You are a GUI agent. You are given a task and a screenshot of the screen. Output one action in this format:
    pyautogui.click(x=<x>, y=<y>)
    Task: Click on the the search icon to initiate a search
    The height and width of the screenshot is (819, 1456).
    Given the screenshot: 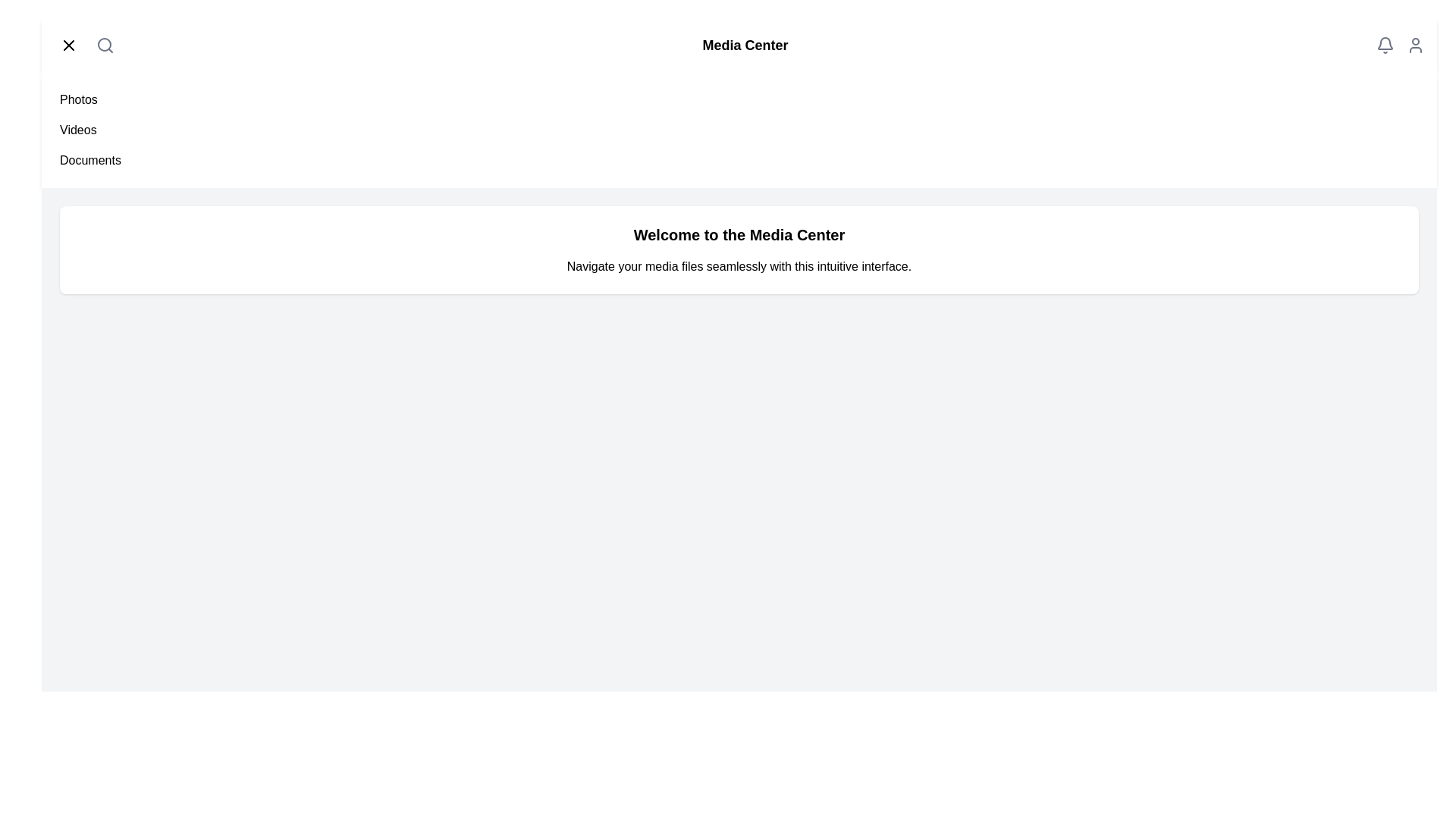 What is the action you would take?
    pyautogui.click(x=105, y=45)
    